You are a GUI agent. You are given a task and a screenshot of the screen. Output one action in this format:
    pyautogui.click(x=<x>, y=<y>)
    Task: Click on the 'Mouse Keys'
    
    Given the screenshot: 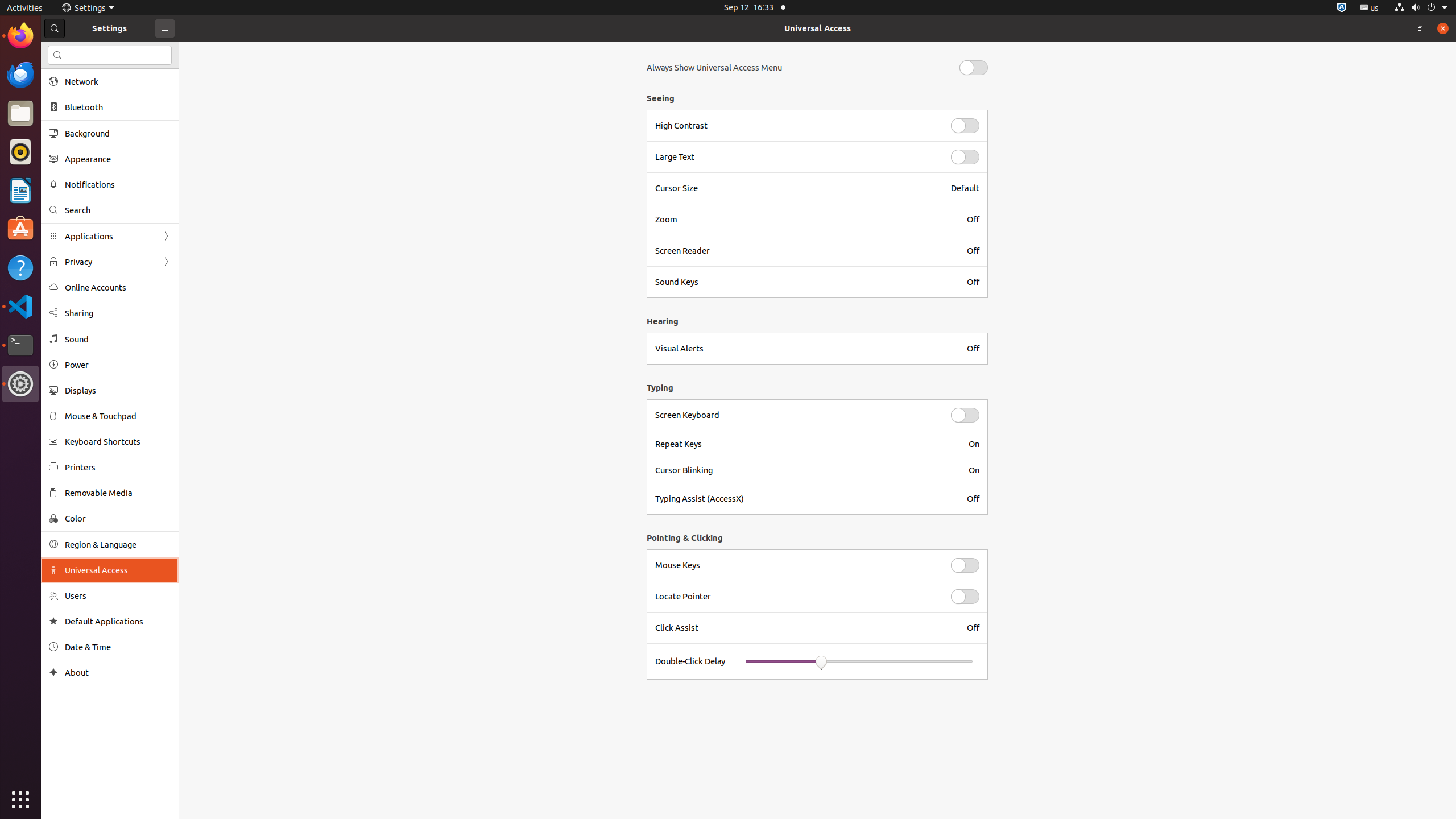 What is the action you would take?
    pyautogui.click(x=796, y=565)
    